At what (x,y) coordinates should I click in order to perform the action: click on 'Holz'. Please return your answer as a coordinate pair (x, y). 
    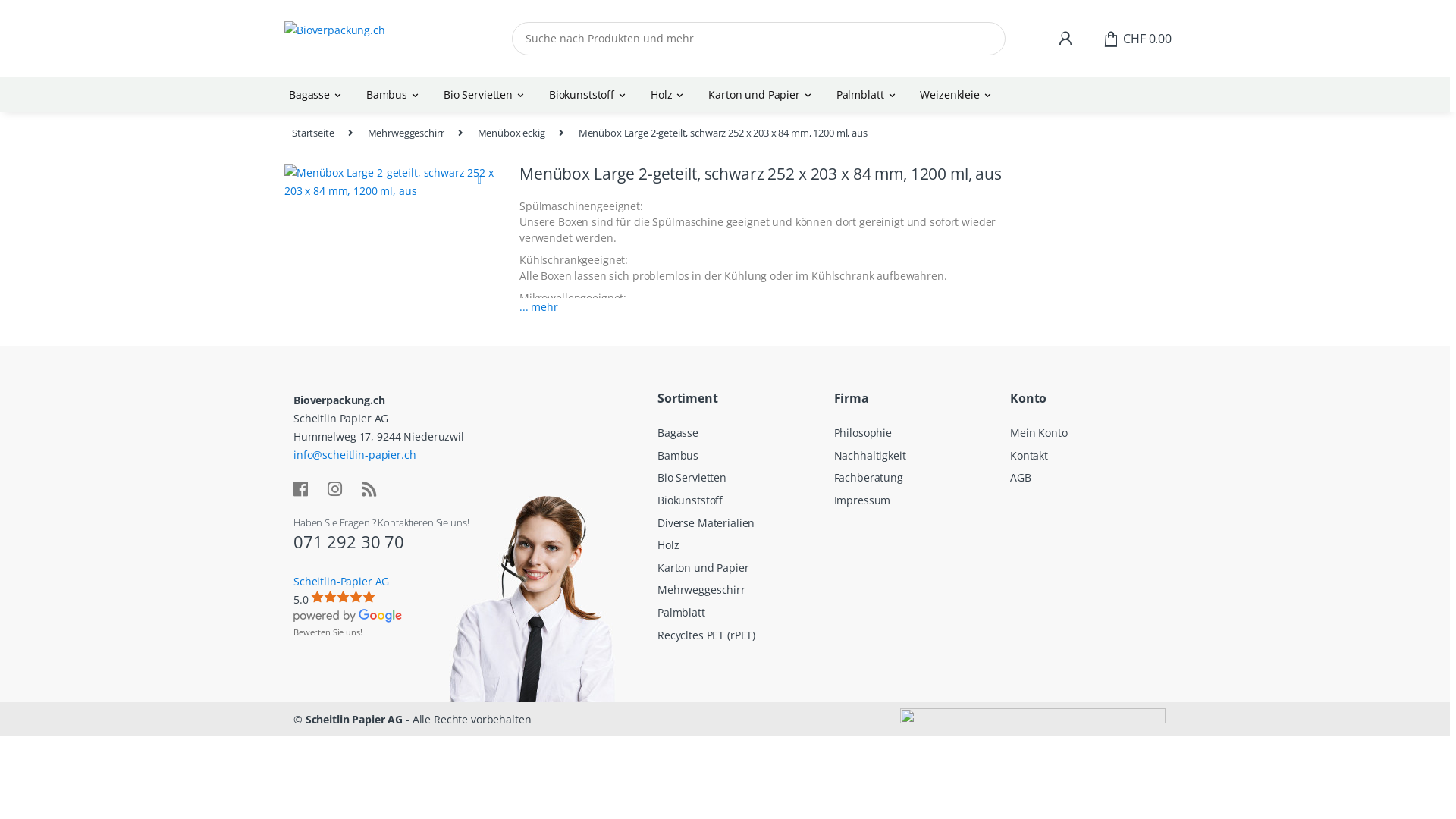
    Looking at the image, I should click on (667, 544).